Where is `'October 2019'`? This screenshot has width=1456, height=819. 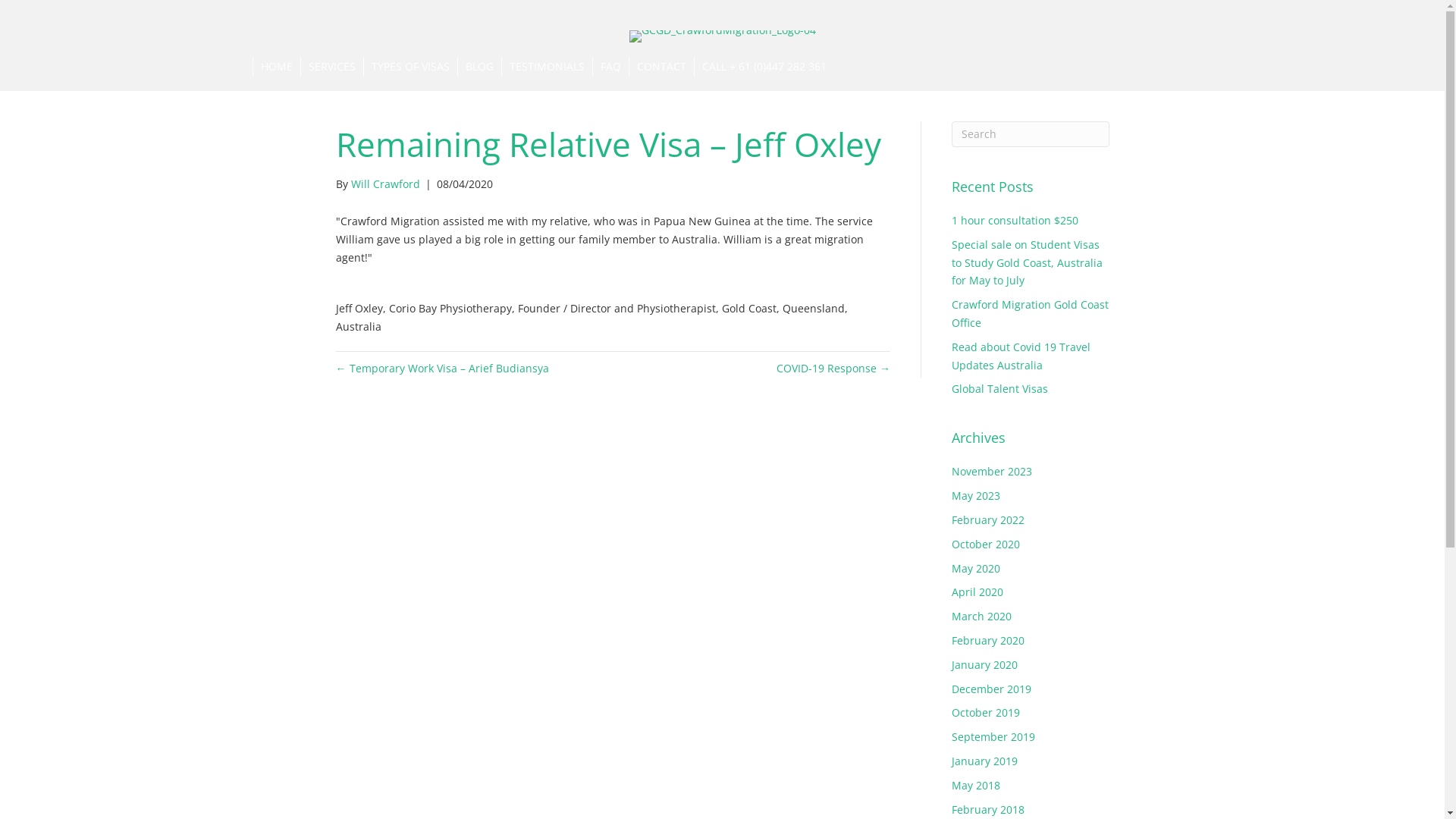 'October 2019' is located at coordinates (986, 712).